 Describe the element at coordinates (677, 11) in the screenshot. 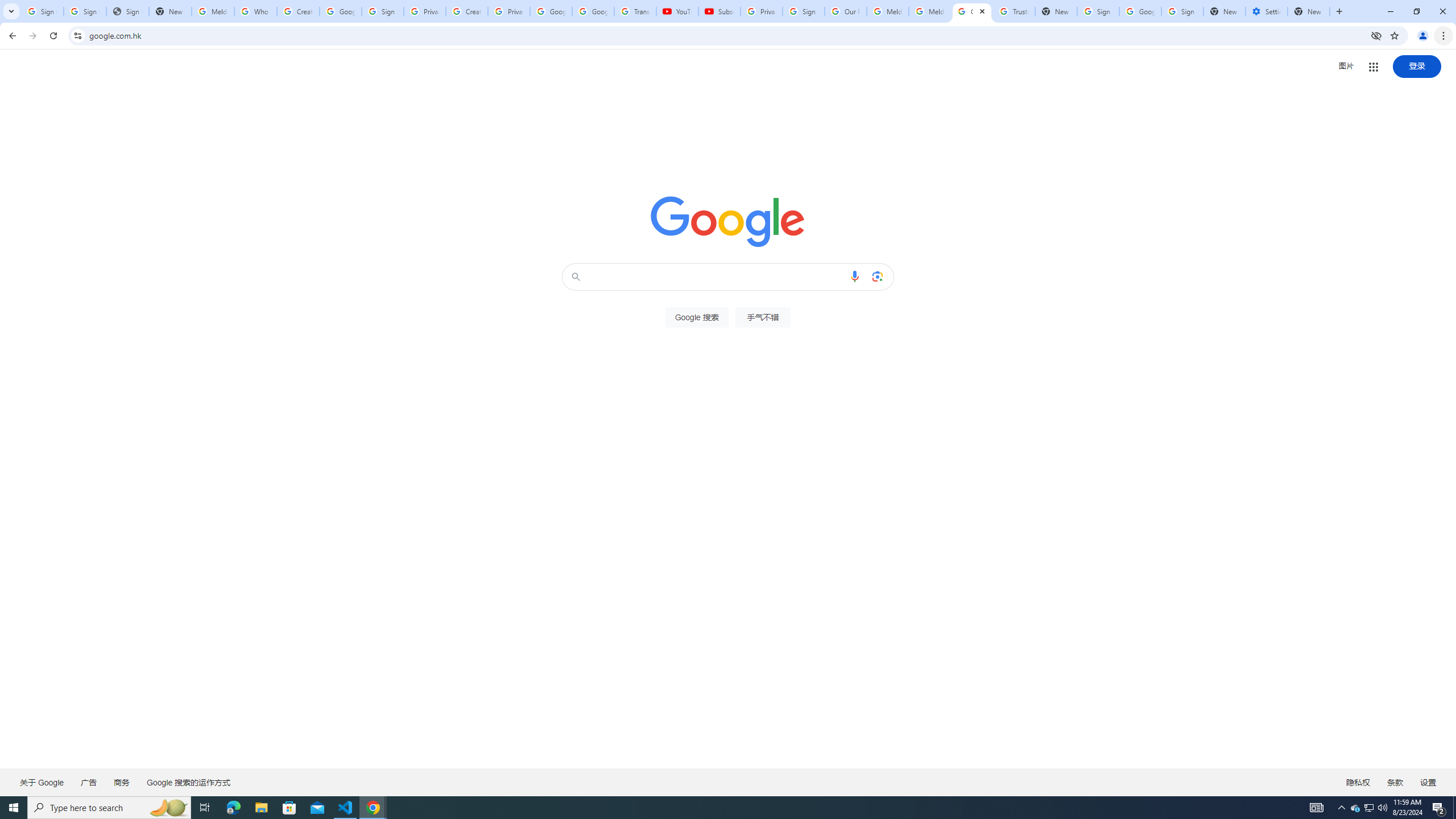

I see `'YouTube'` at that location.